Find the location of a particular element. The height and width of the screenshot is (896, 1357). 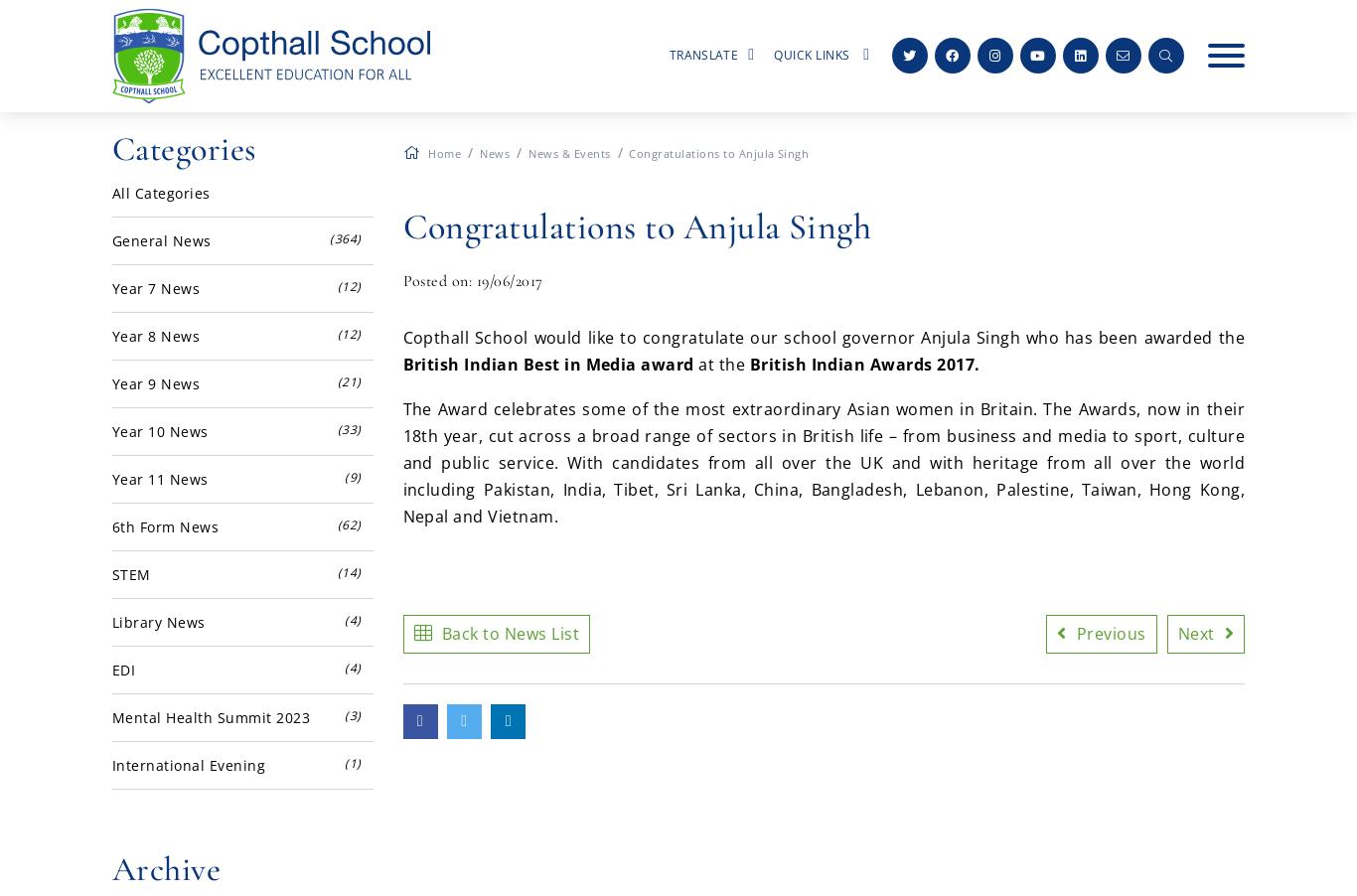

'Mental Health Summit 2023' is located at coordinates (210, 717).